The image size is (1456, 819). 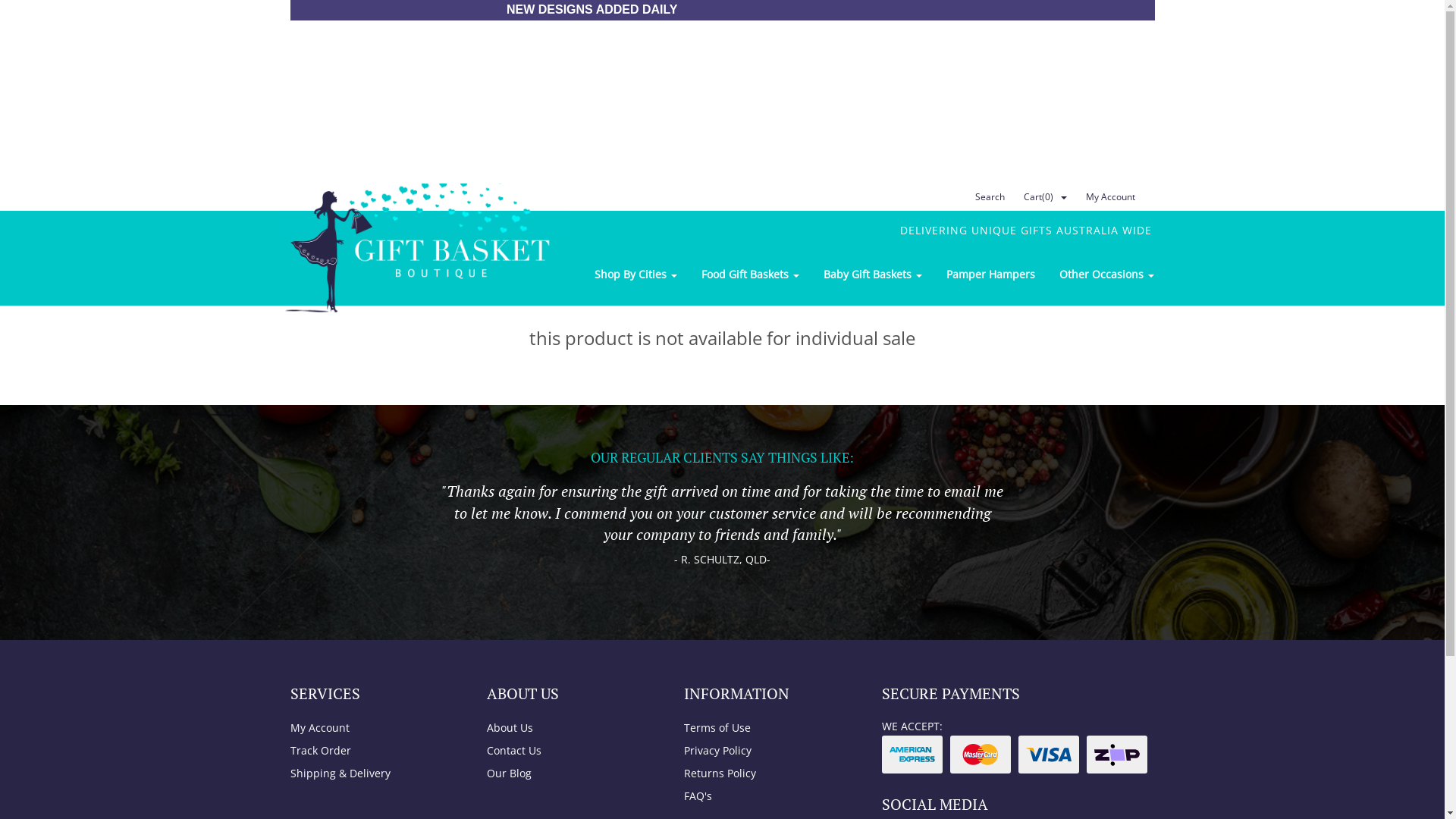 What do you see at coordinates (687, 275) in the screenshot?
I see `'Food Gift Baskets'` at bounding box center [687, 275].